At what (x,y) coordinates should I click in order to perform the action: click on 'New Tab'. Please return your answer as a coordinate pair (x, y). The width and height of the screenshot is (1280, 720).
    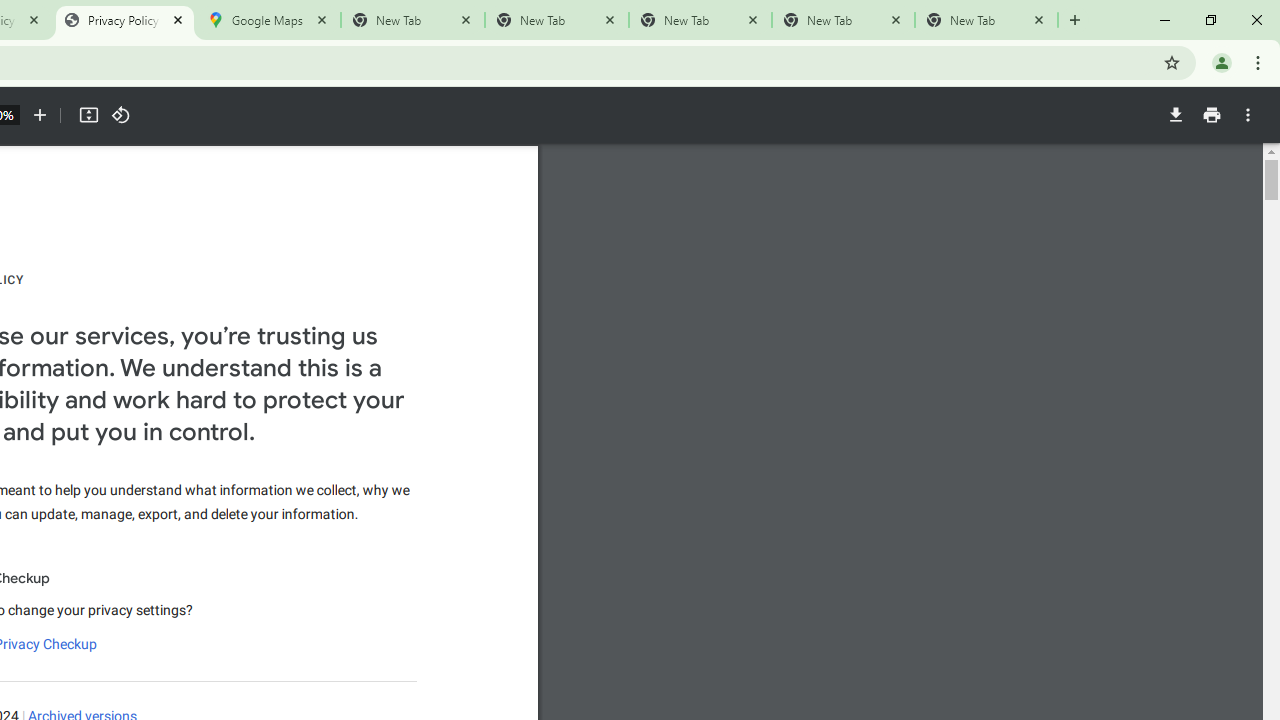
    Looking at the image, I should click on (986, 20).